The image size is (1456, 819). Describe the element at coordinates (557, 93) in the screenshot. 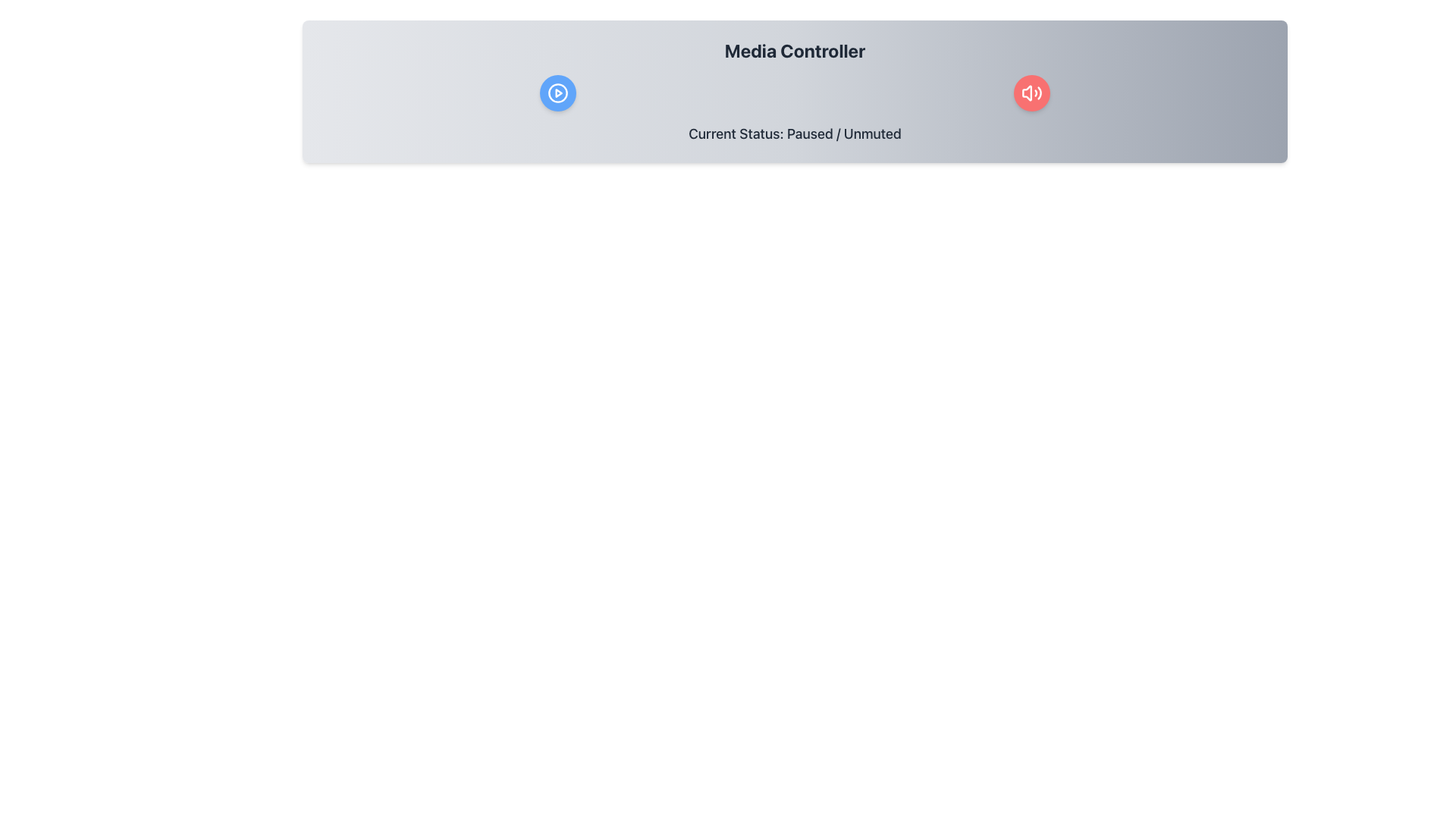

I see `the triangular play icon located at the center of the circular button on the left side of the toolbar to initiate action` at that location.